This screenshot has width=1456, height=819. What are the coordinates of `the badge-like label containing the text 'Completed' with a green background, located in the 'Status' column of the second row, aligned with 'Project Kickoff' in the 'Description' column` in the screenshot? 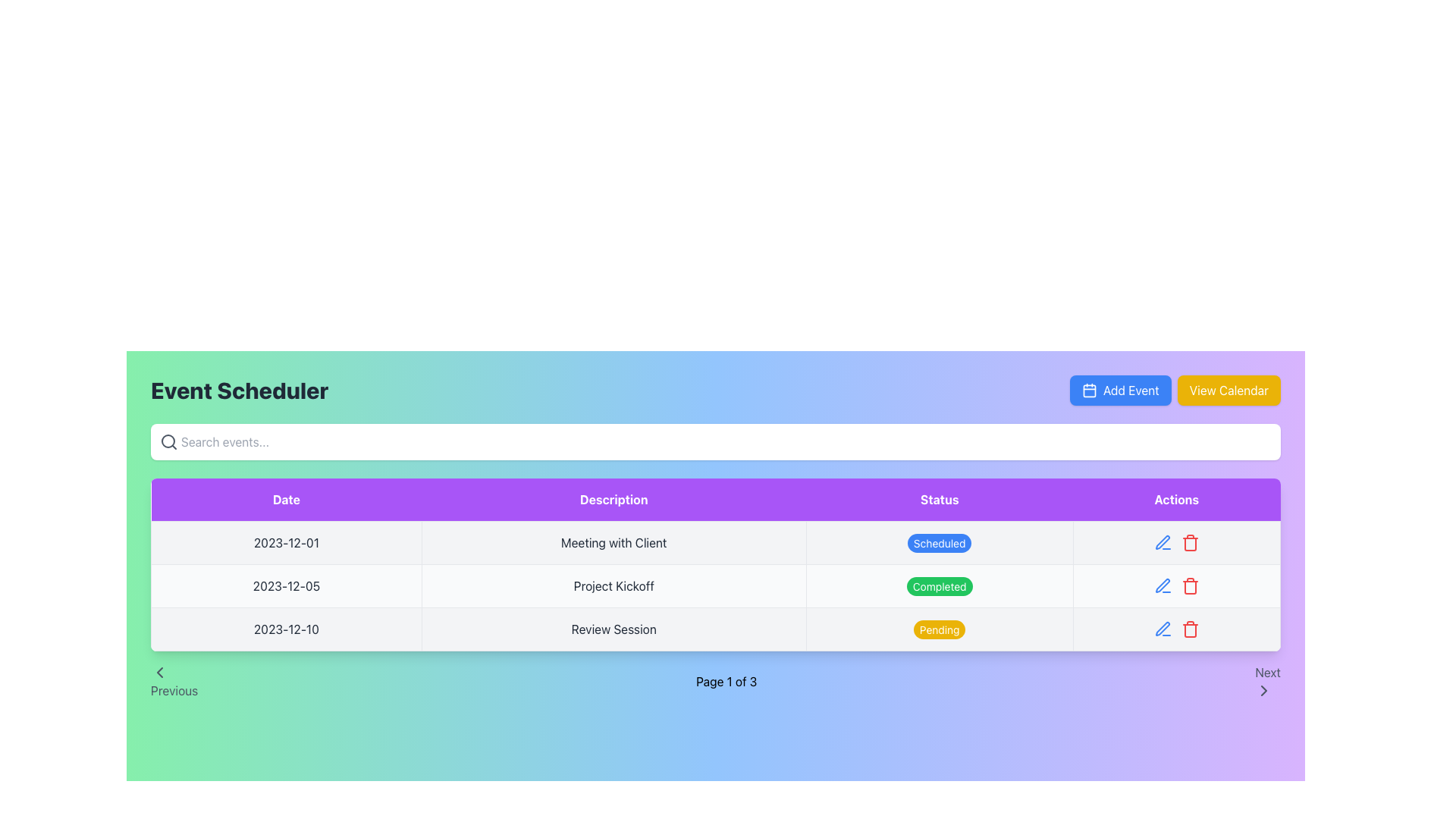 It's located at (939, 585).